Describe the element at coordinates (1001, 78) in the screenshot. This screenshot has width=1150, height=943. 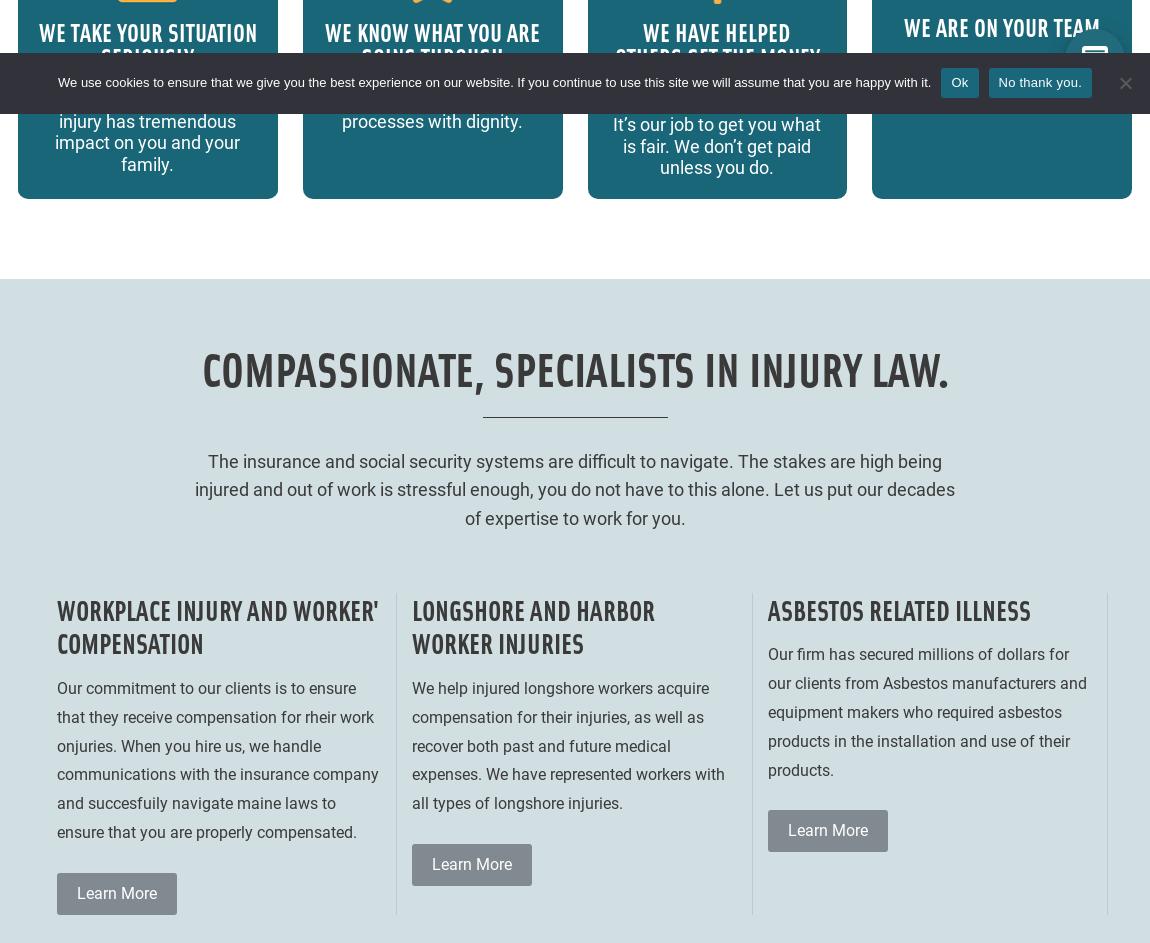
I see `'We work tirelessly to fight for your rights.'` at that location.